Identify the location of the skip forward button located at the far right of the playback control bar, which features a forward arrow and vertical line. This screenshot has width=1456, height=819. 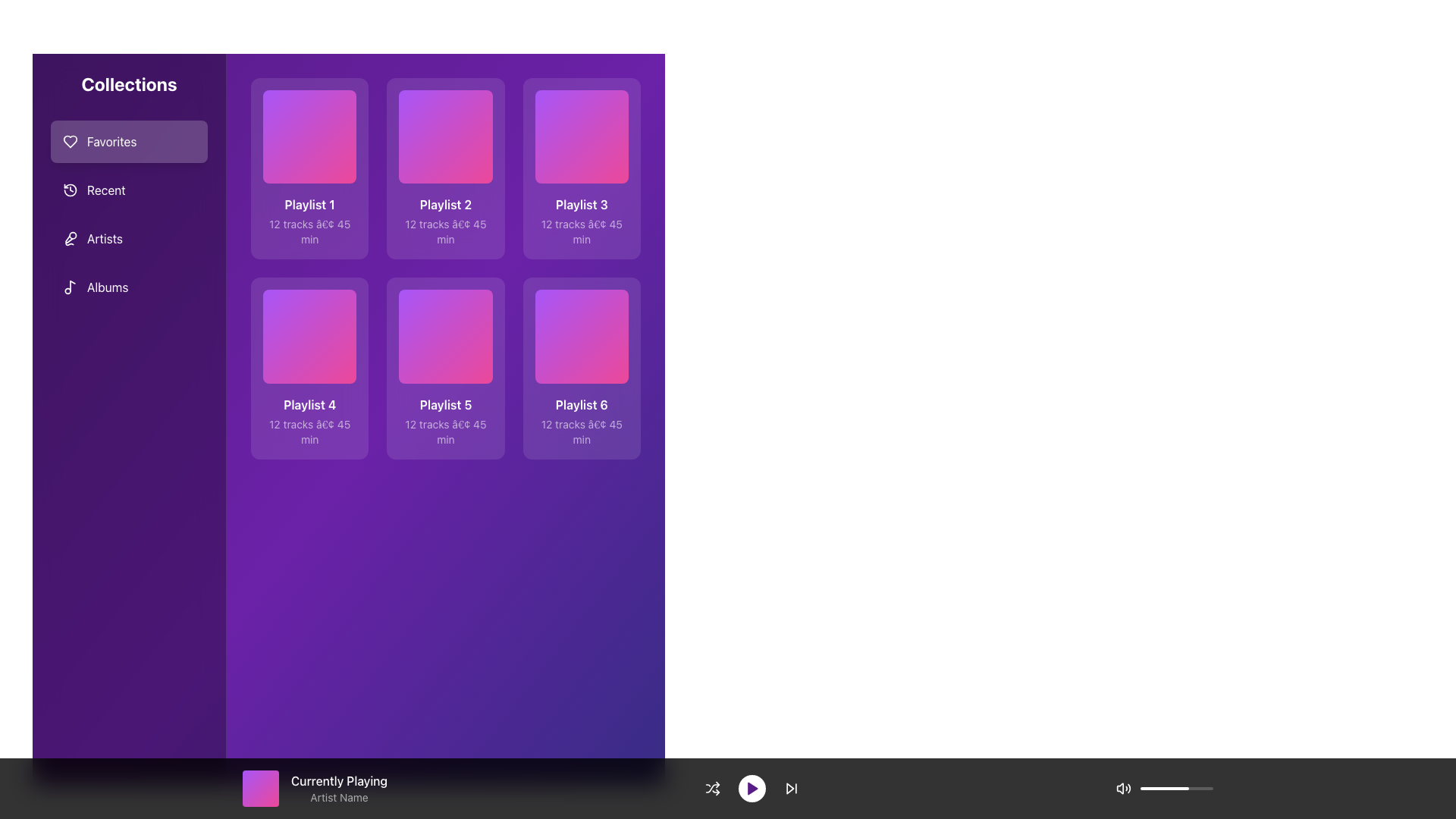
(790, 788).